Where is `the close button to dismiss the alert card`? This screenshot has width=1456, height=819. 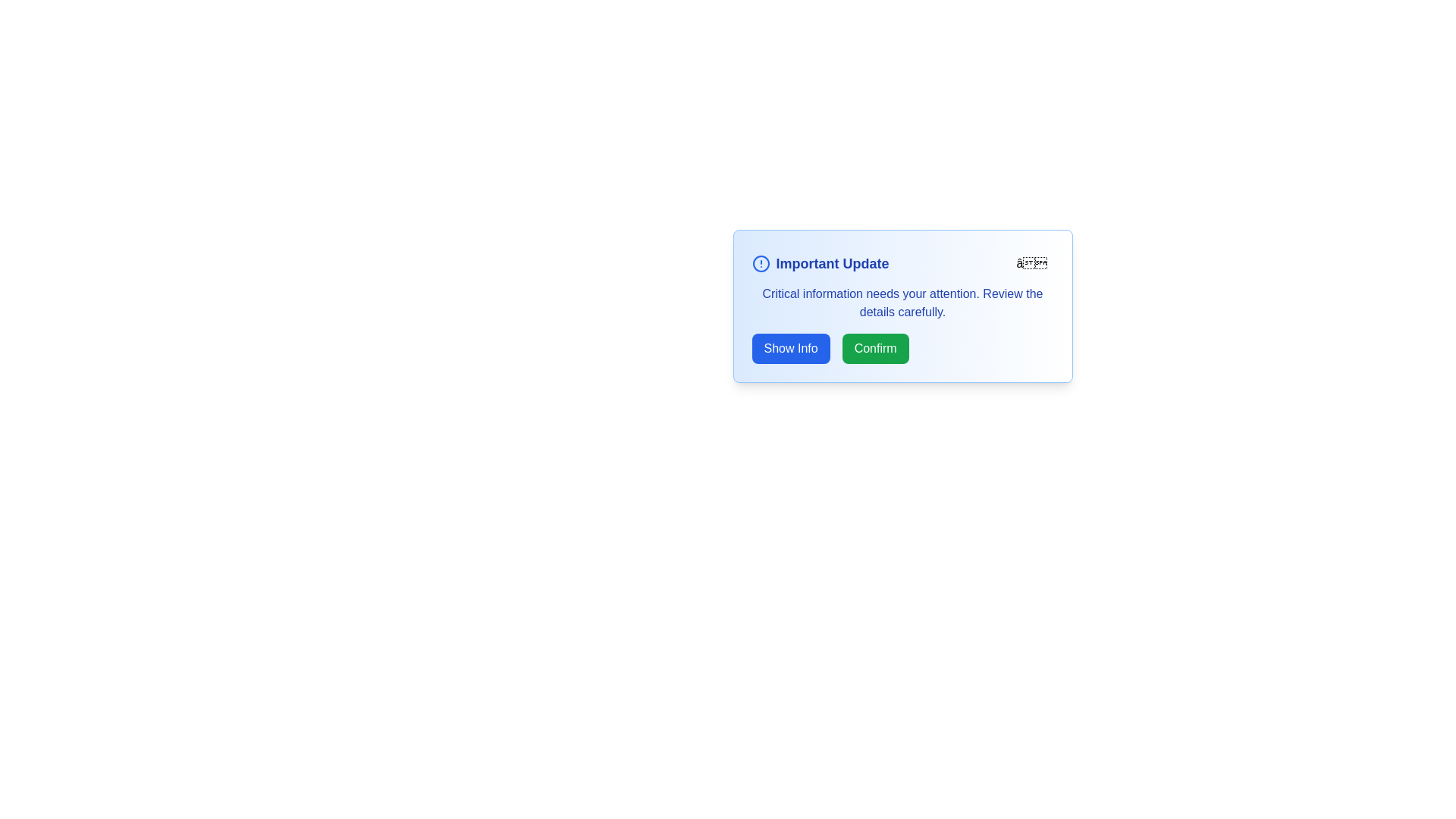 the close button to dismiss the alert card is located at coordinates (1031, 262).